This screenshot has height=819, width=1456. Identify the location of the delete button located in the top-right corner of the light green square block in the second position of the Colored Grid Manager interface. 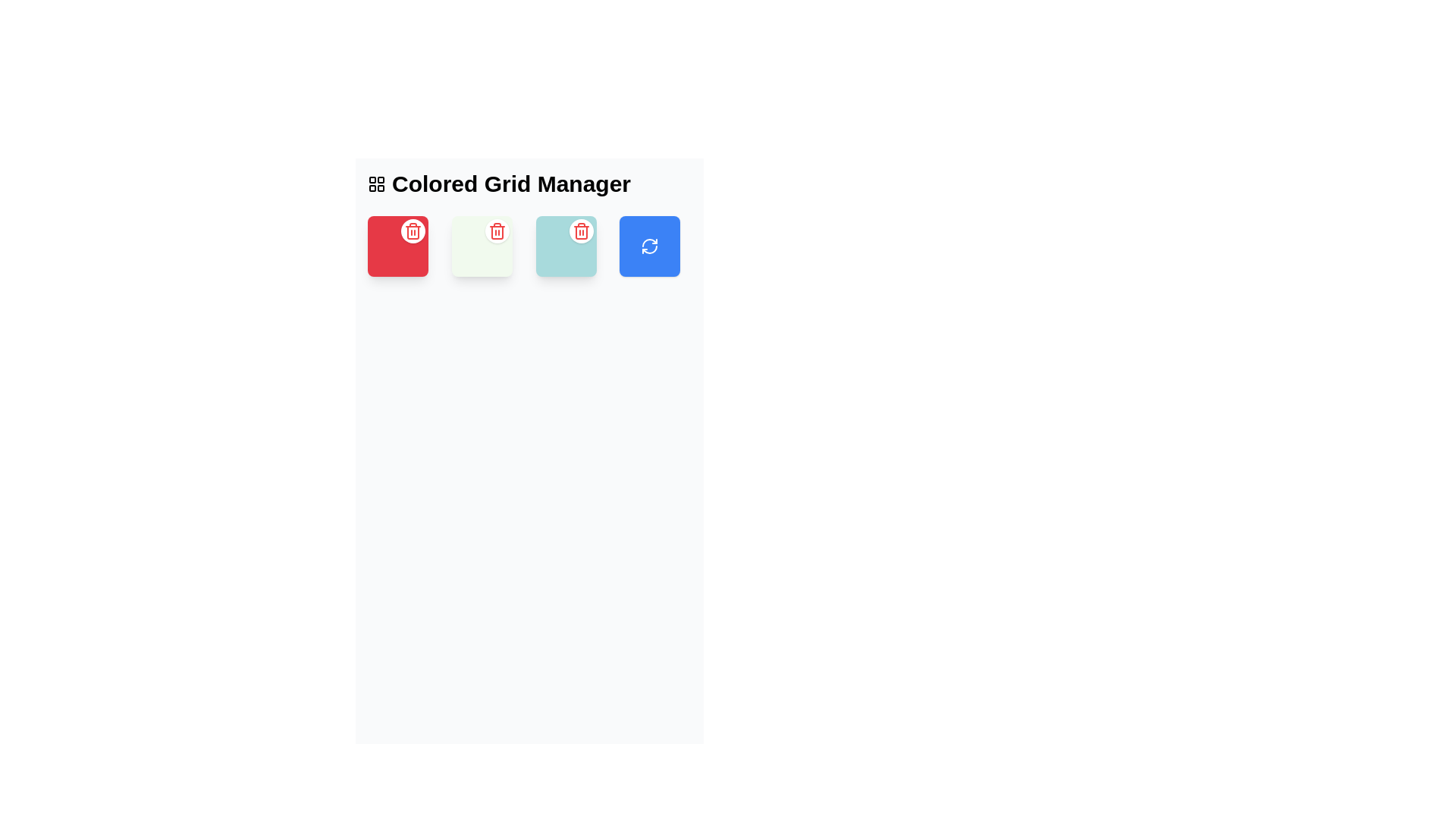
(497, 231).